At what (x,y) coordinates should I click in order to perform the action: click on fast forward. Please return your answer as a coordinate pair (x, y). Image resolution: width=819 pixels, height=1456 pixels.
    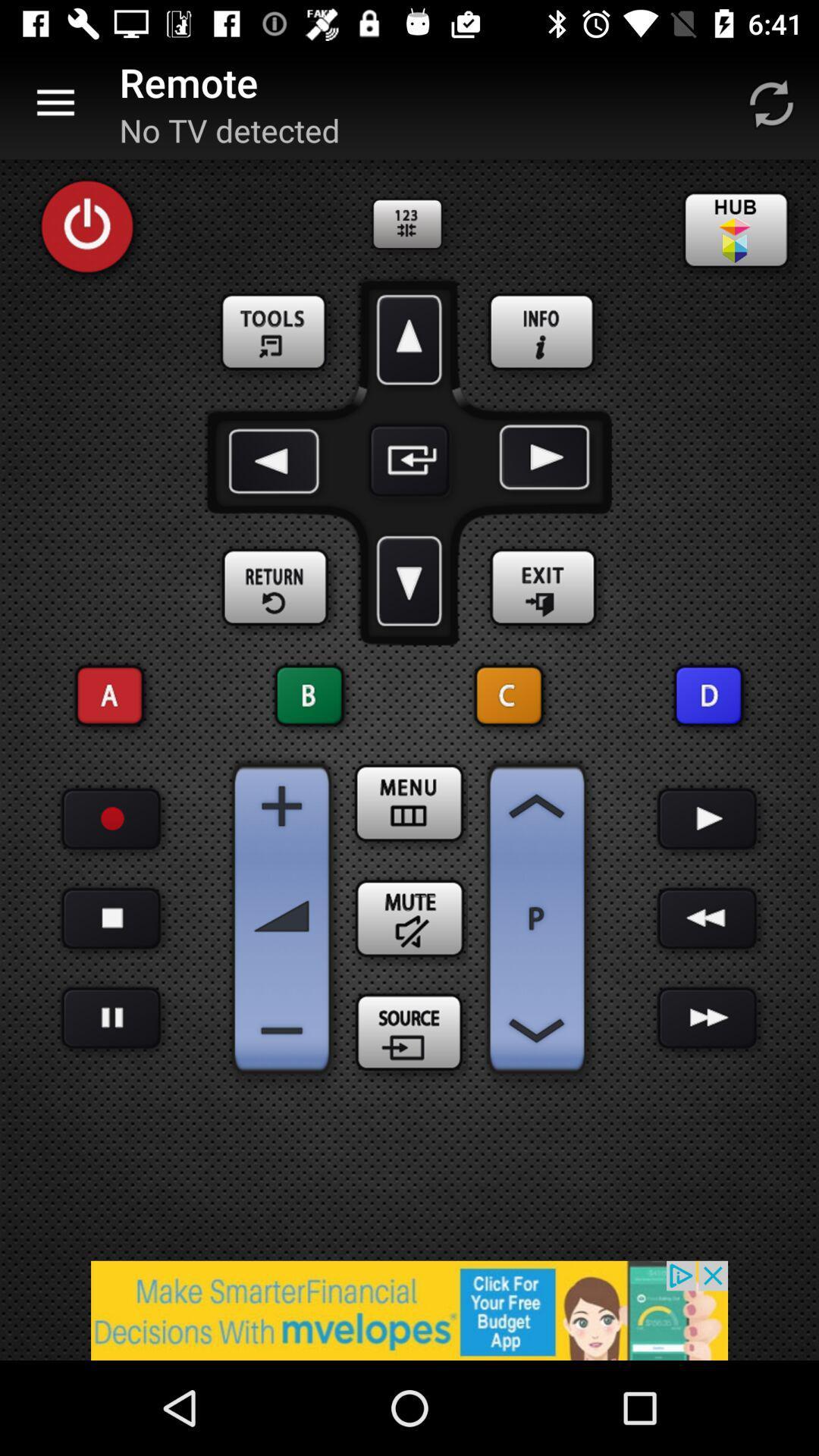
    Looking at the image, I should click on (708, 1018).